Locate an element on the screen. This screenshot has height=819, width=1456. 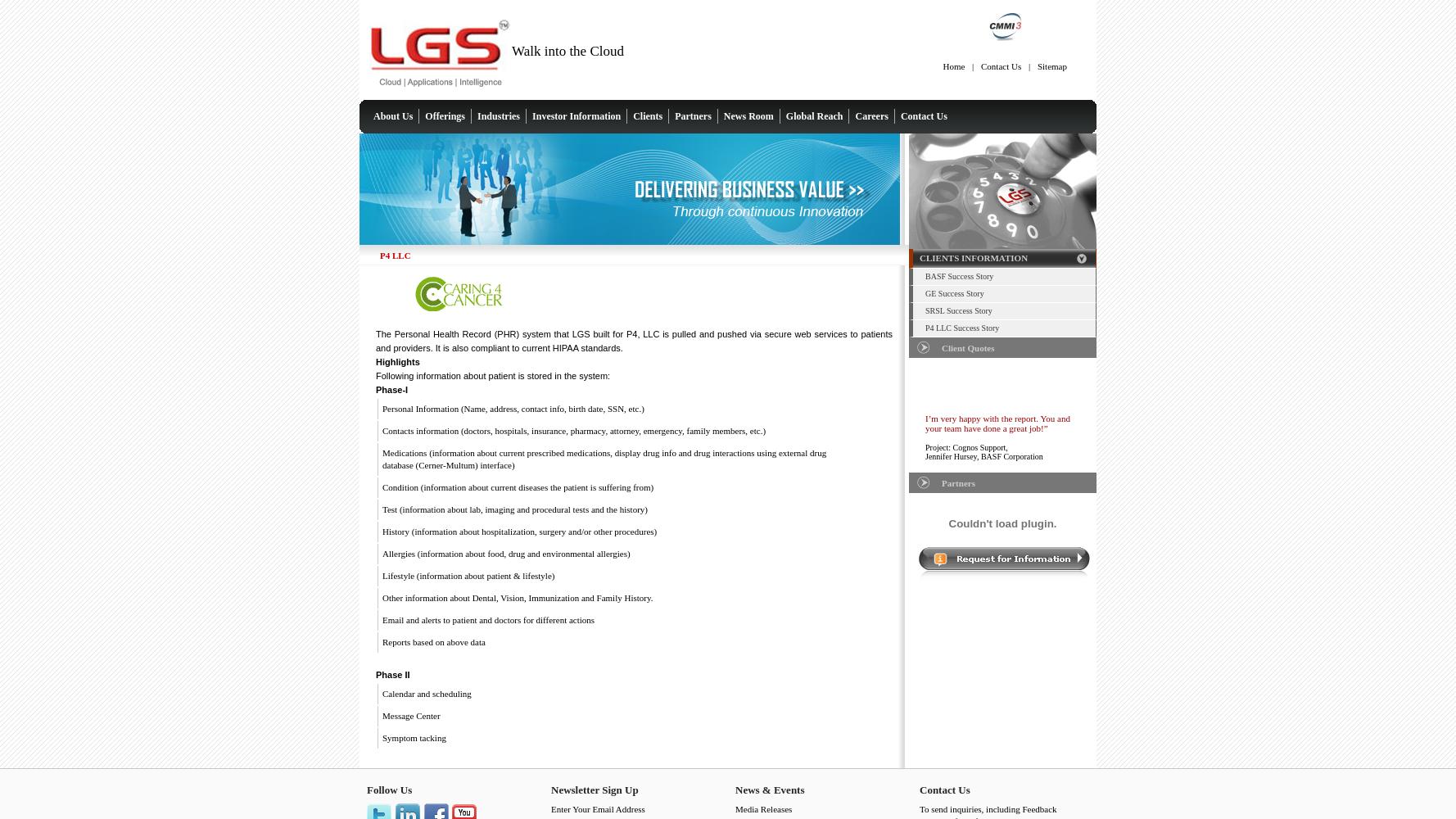
'“I would like to thank all of your team for the time and support”' is located at coordinates (924, 476).